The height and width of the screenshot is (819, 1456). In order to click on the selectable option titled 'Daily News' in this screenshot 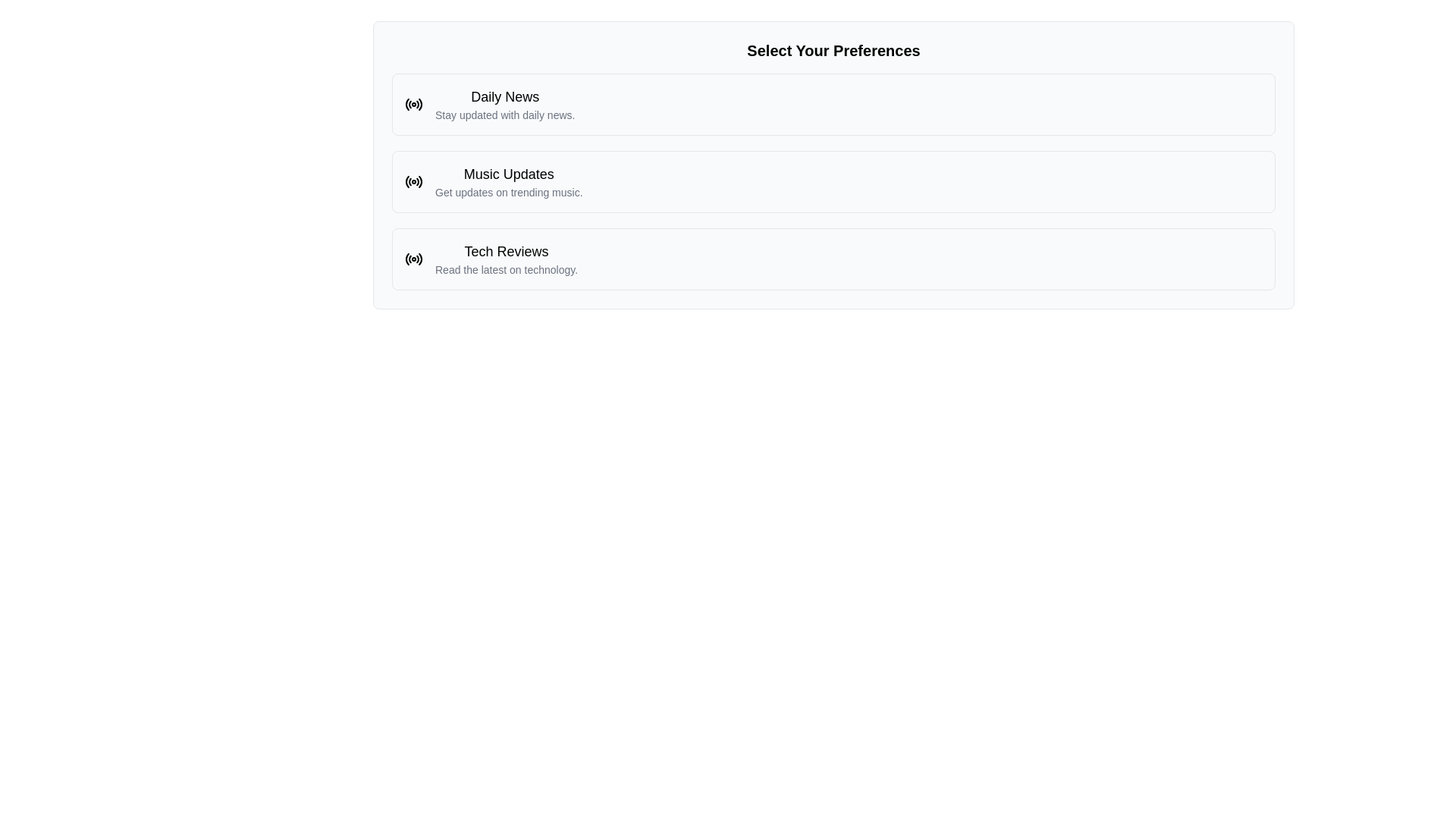, I will do `click(833, 104)`.